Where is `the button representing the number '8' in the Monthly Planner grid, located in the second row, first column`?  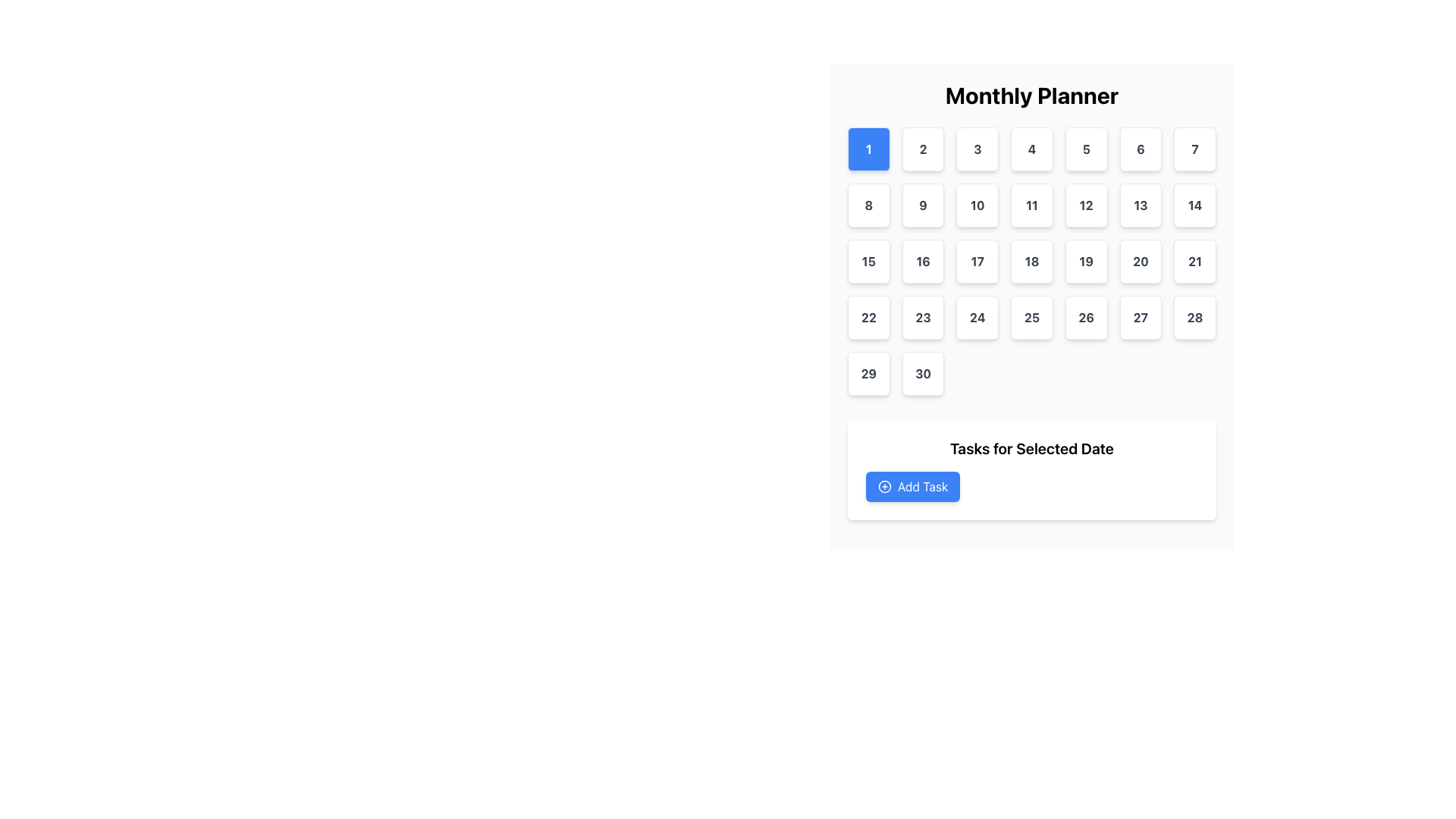 the button representing the number '8' in the Monthly Planner grid, located in the second row, first column is located at coordinates (868, 205).